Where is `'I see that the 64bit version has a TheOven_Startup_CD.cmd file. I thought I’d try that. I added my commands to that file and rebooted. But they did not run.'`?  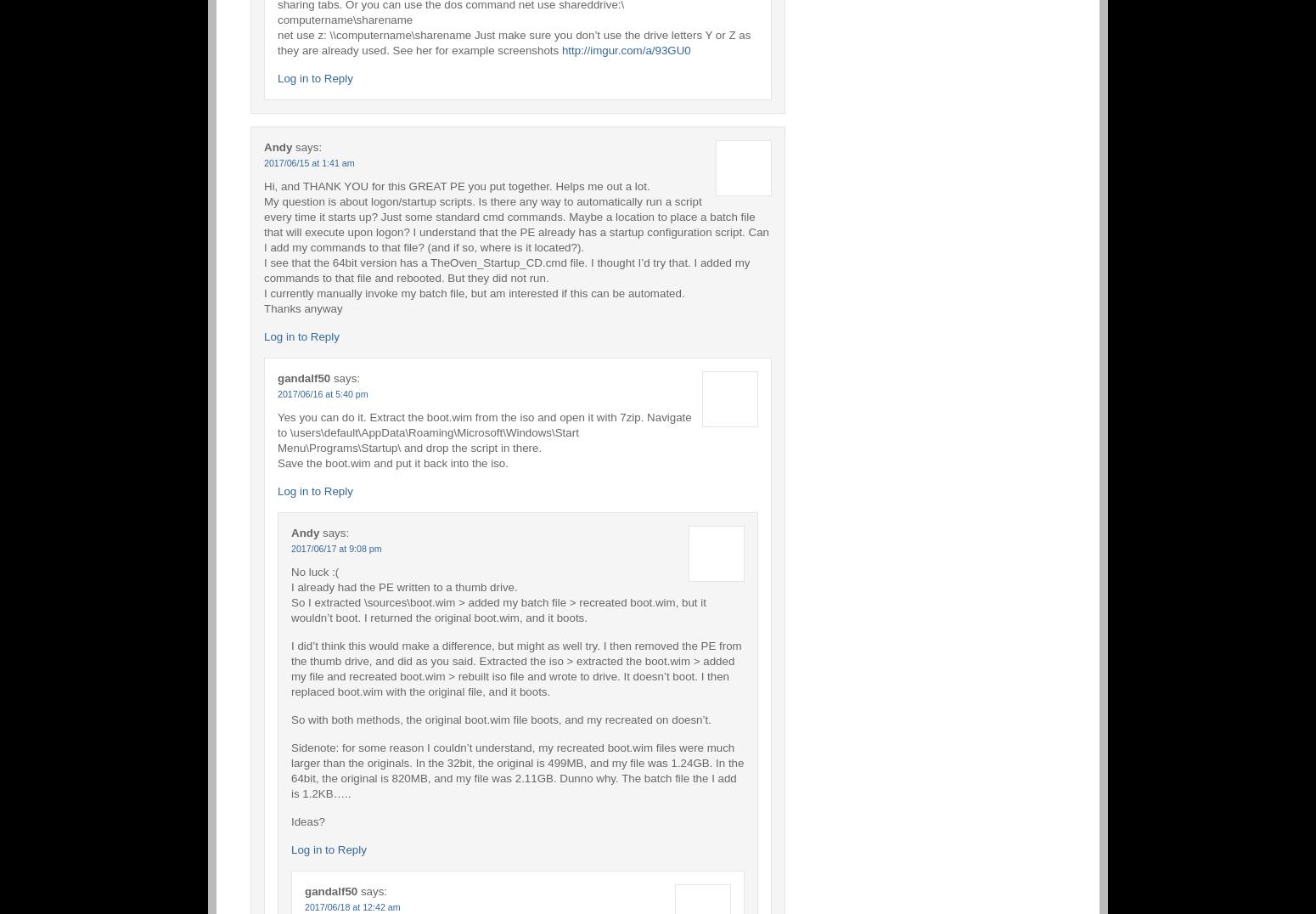 'I see that the 64bit version has a TheOven_Startup_CD.cmd file. I thought I’d try that. I added my commands to that file and rebooted. But they did not run.' is located at coordinates (507, 269).